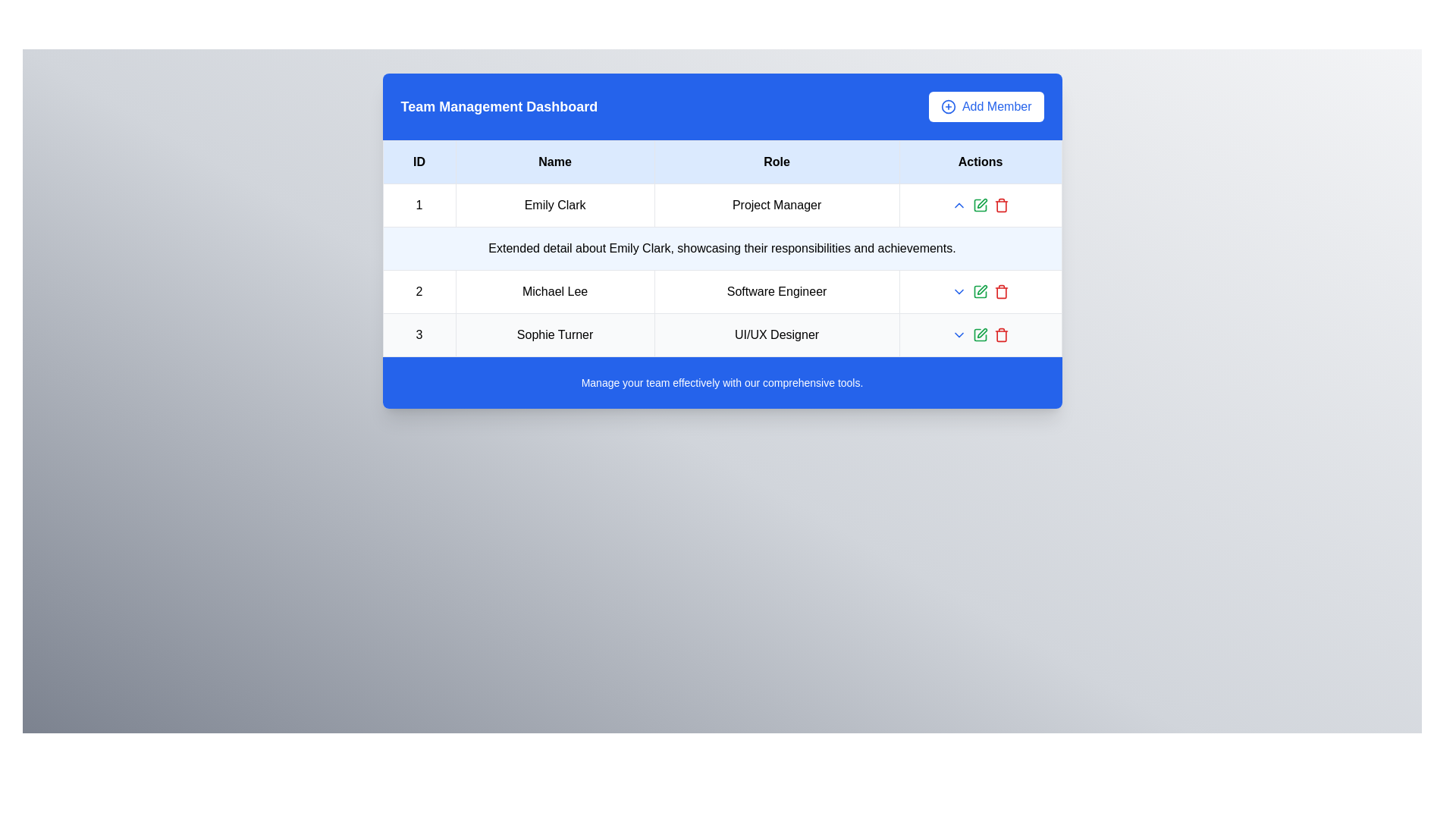  Describe the element at coordinates (981, 334) in the screenshot. I see `the second interactive icon in the Actions column of the third row of the table, which is located next to a green pen icon and a red trashcan icon` at that location.